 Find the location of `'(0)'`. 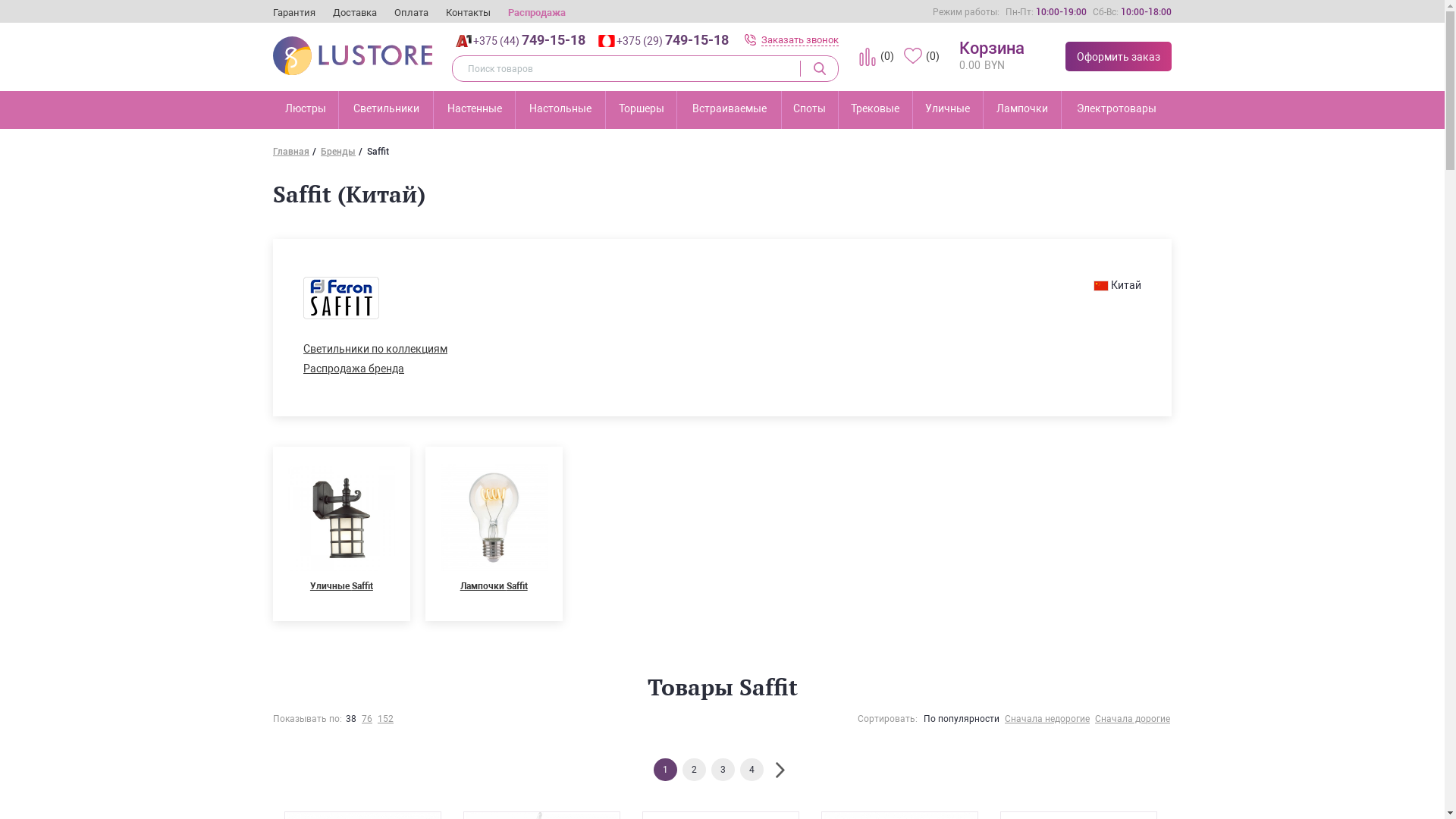

'(0)' is located at coordinates (921, 55).